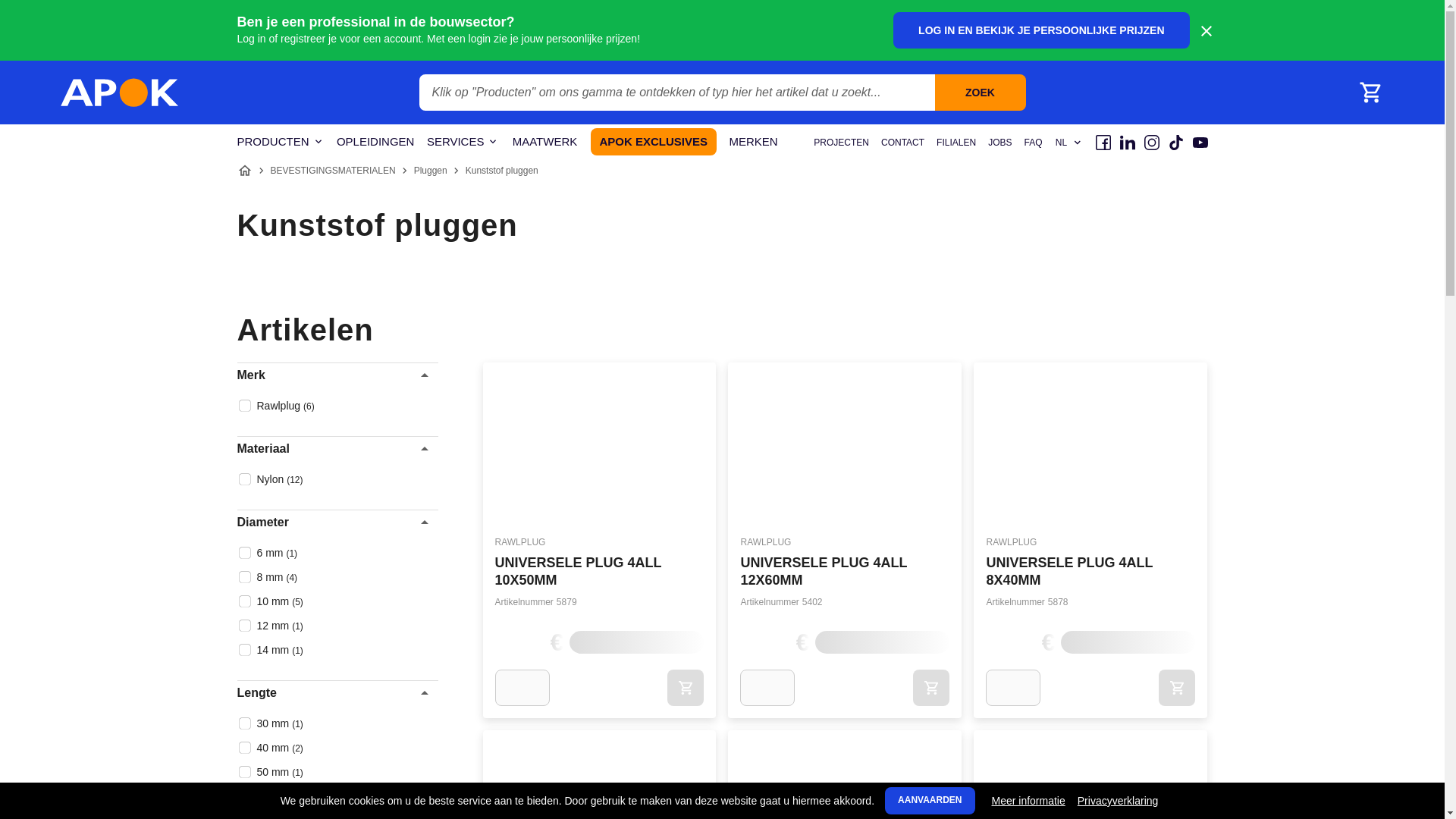 This screenshot has width=1456, height=819. Describe the element at coordinates (1032, 143) in the screenshot. I see `'FAQ'` at that location.